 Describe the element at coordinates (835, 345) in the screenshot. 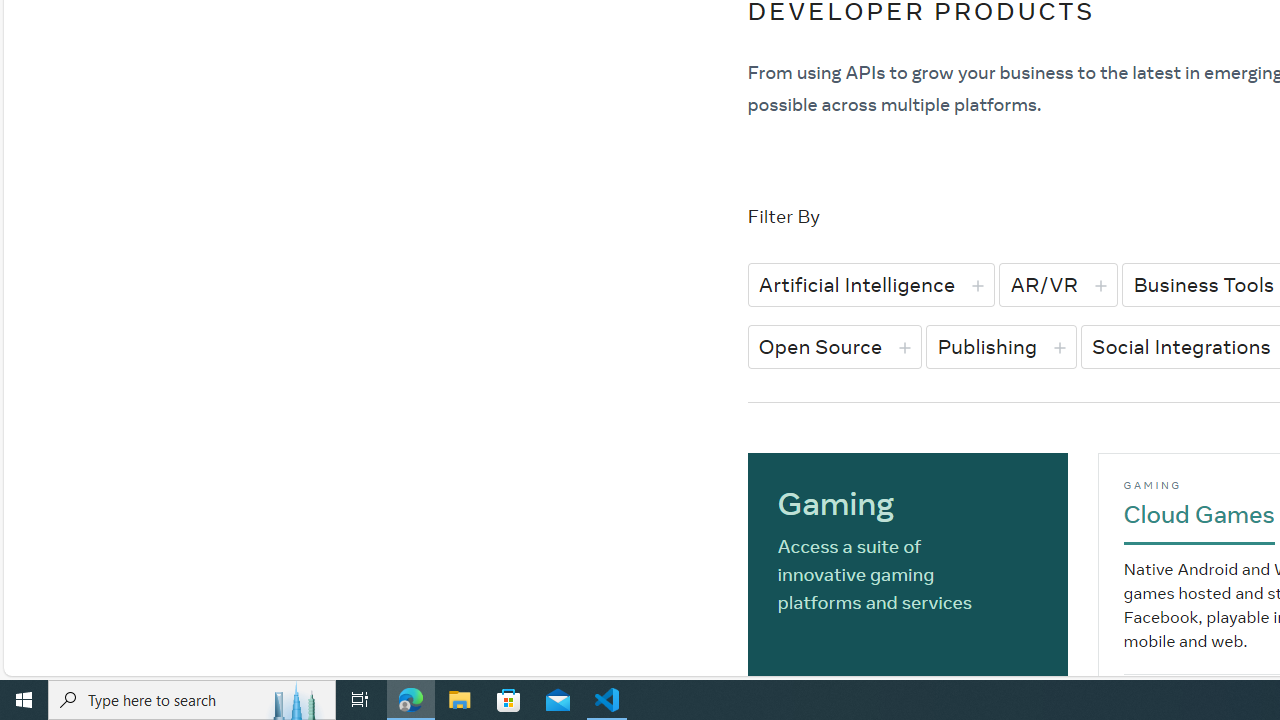

I see `'Open Source'` at that location.